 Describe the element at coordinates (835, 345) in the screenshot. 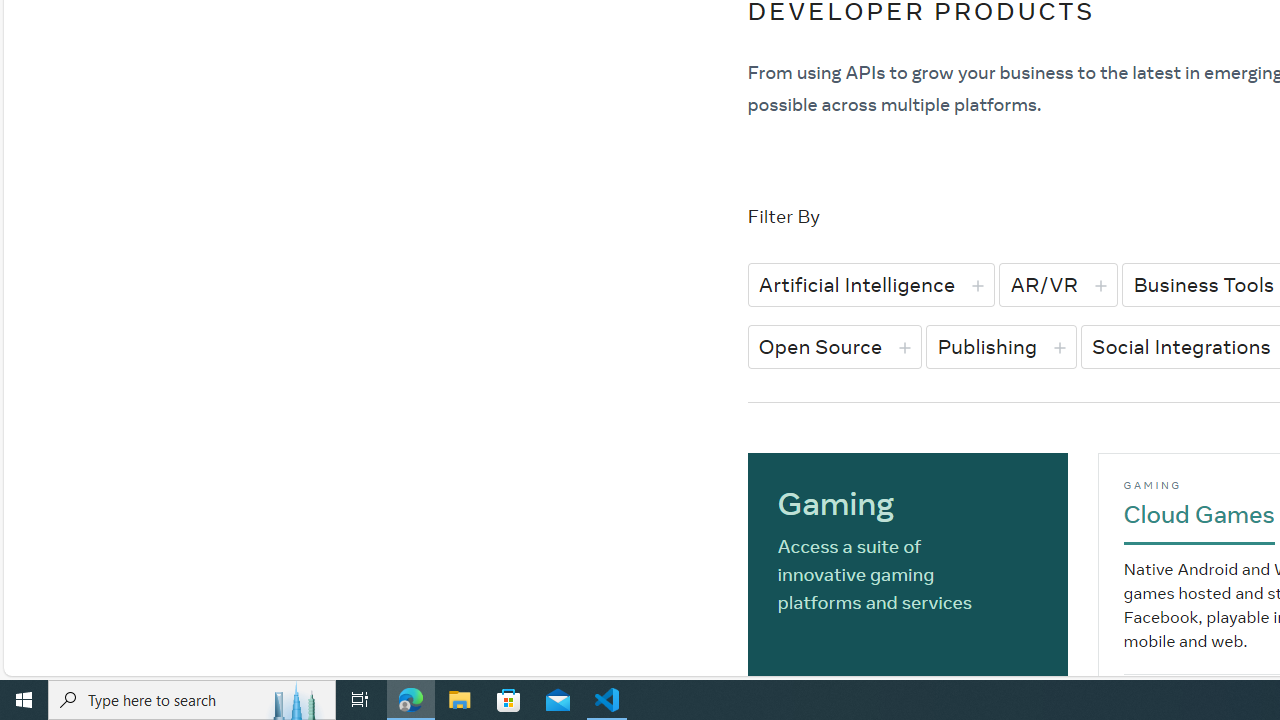

I see `'Open Source'` at that location.